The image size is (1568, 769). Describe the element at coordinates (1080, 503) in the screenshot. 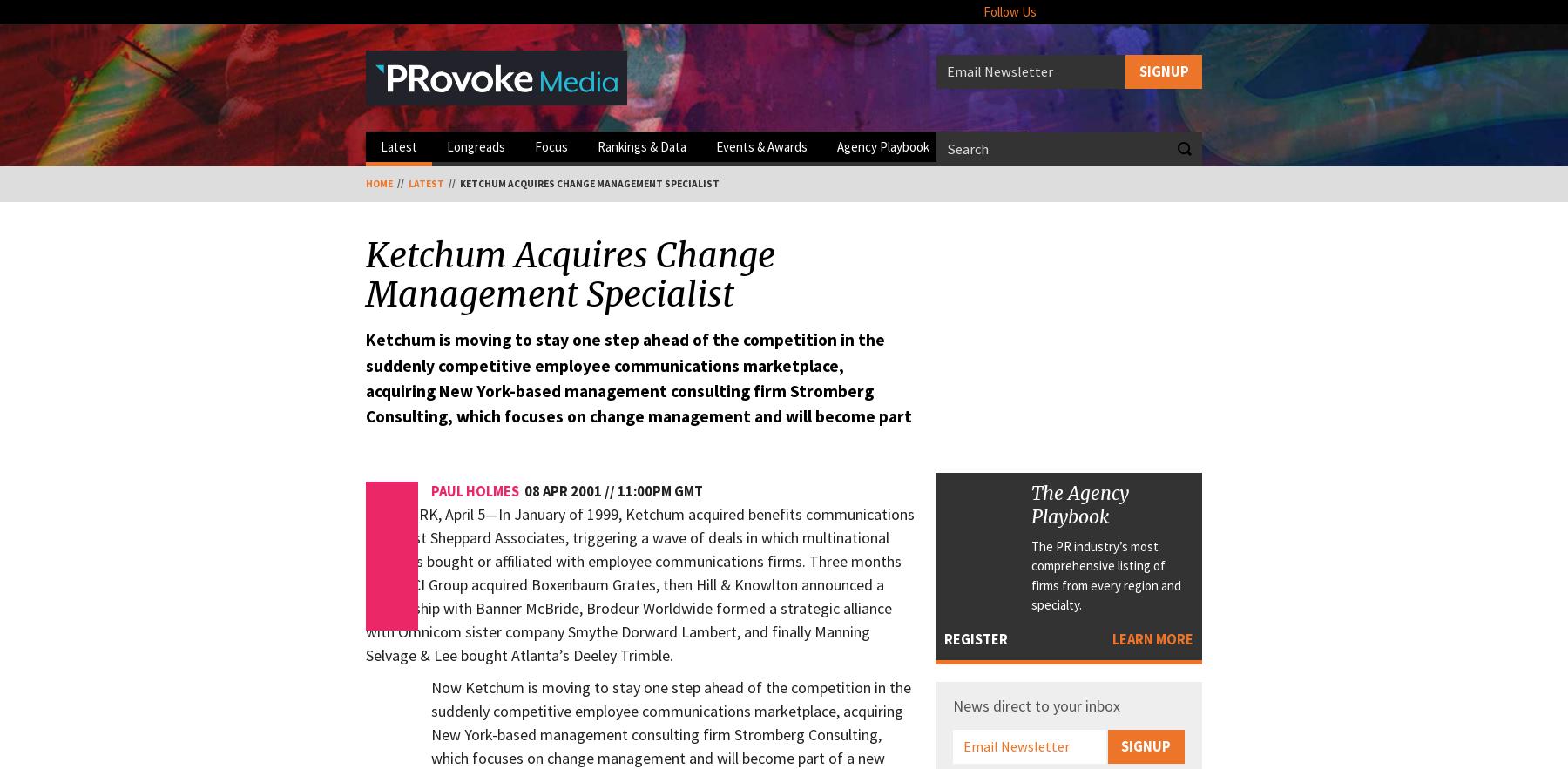

I see `'The Agency Playbook'` at that location.